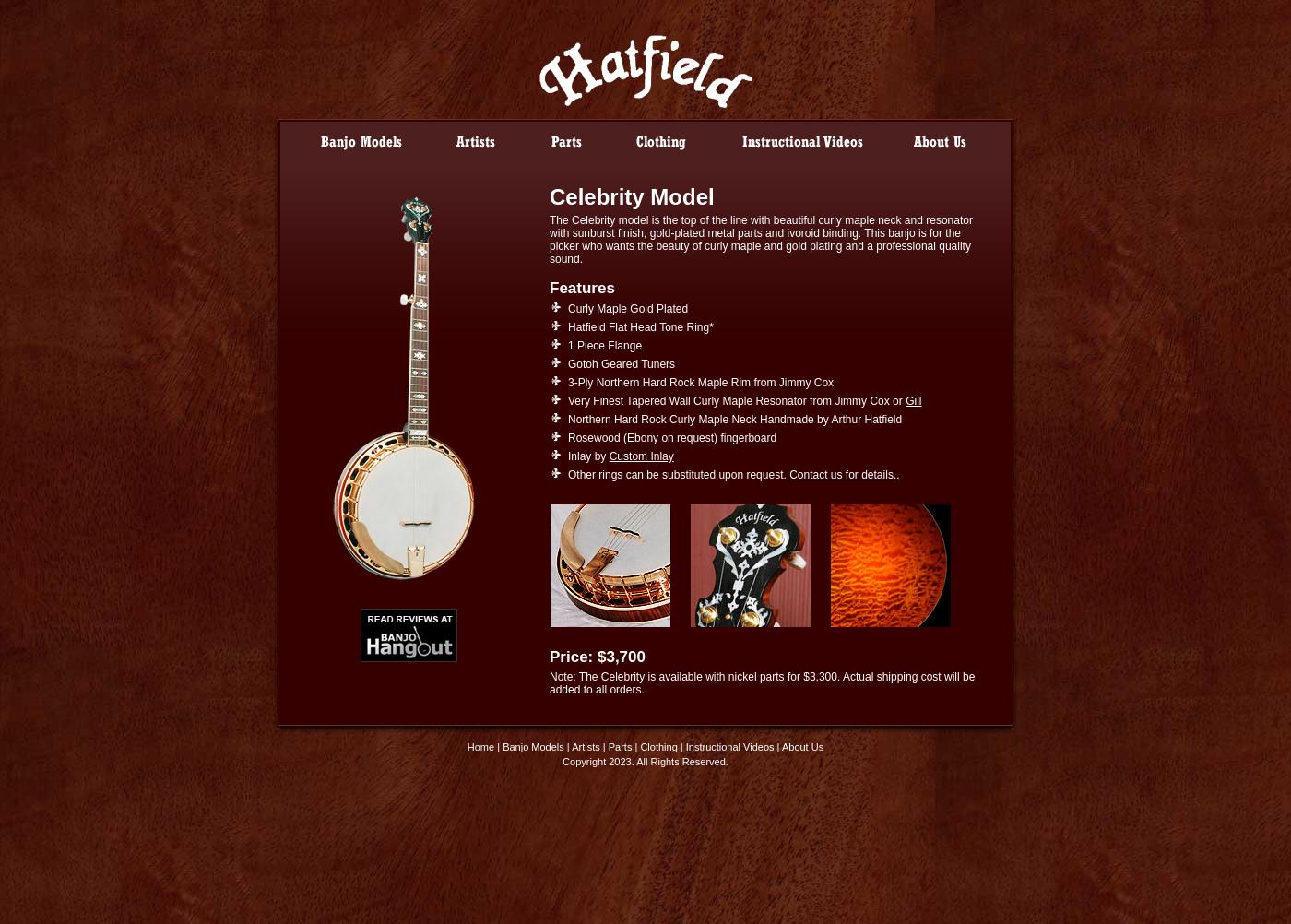 This screenshot has width=1291, height=924. Describe the element at coordinates (480, 746) in the screenshot. I see `'Home'` at that location.